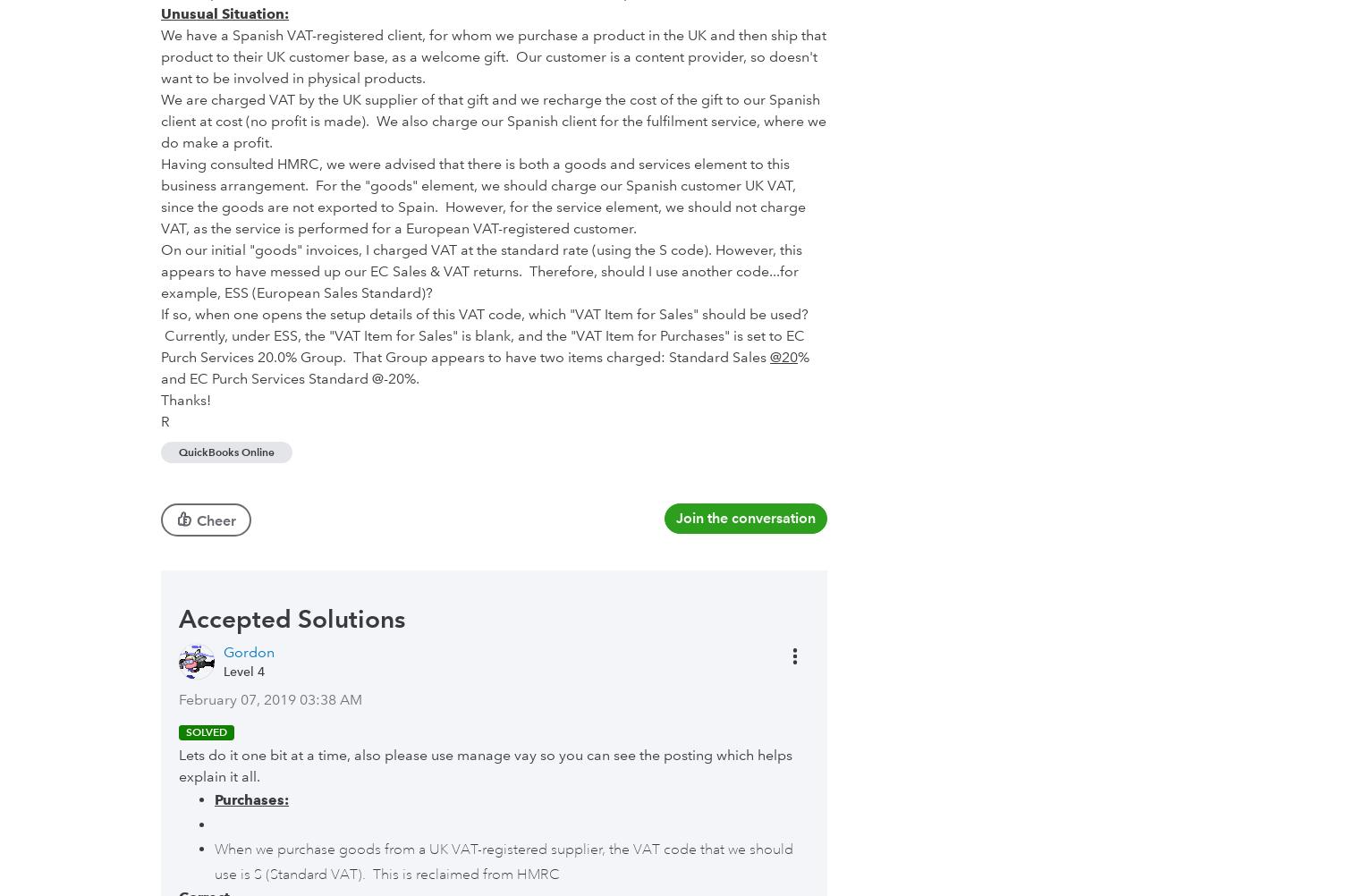  I want to click on 'Accepted Solutions', so click(292, 617).